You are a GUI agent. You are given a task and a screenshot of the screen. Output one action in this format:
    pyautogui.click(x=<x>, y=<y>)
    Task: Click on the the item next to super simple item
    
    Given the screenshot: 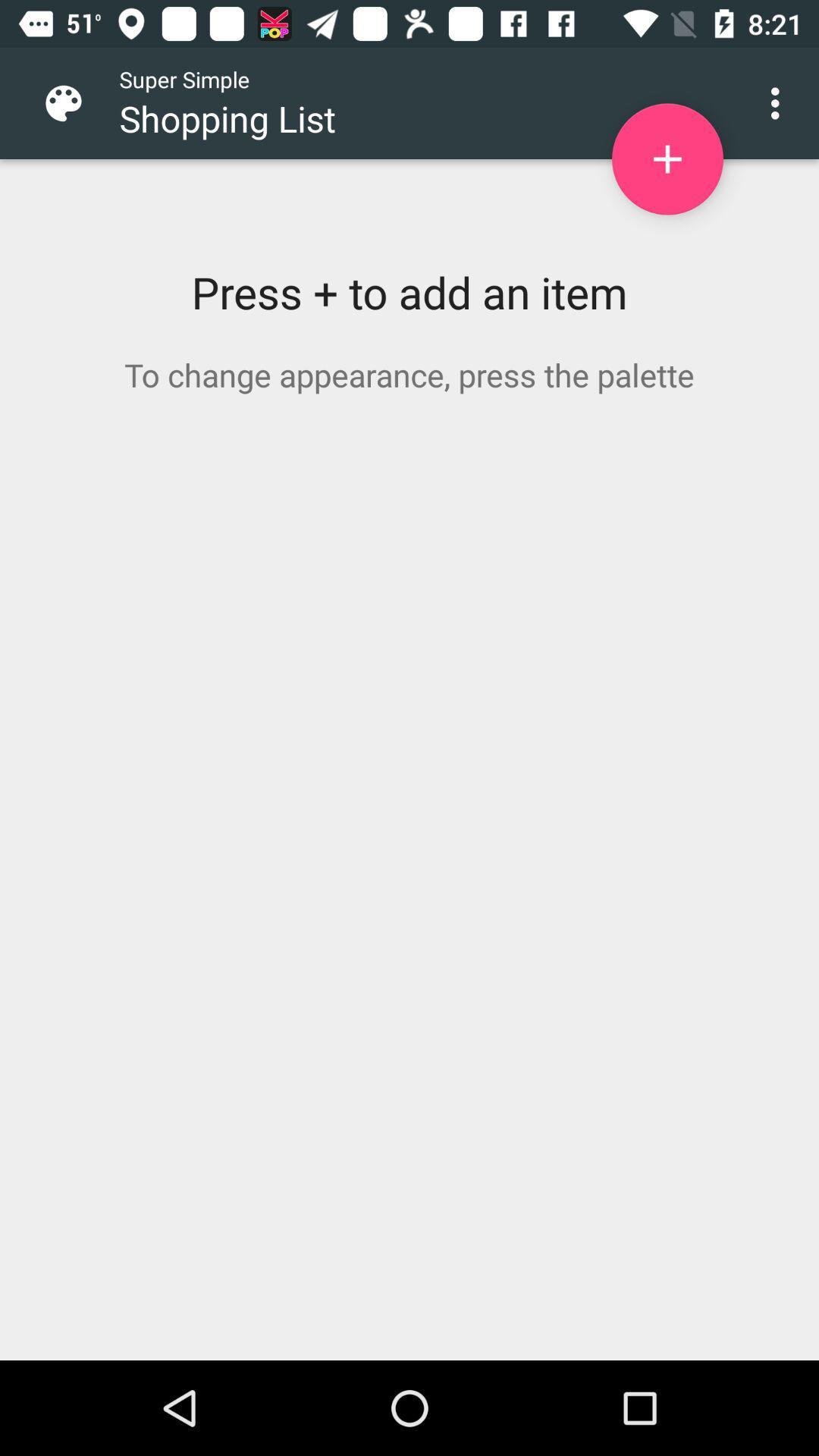 What is the action you would take?
    pyautogui.click(x=75, y=102)
    